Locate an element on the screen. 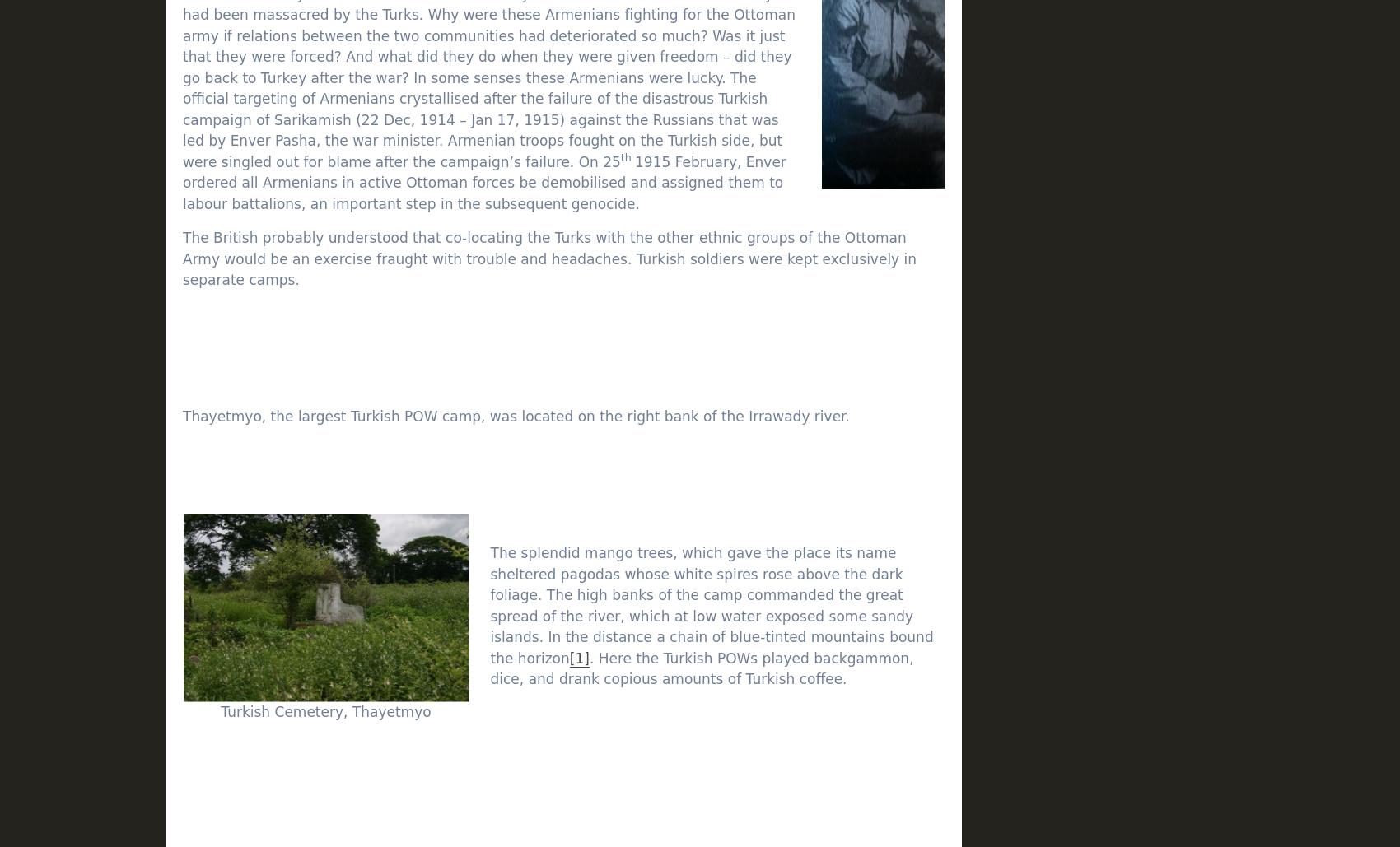 The width and height of the screenshot is (1400, 847). 'W' is located at coordinates (1088, 528).